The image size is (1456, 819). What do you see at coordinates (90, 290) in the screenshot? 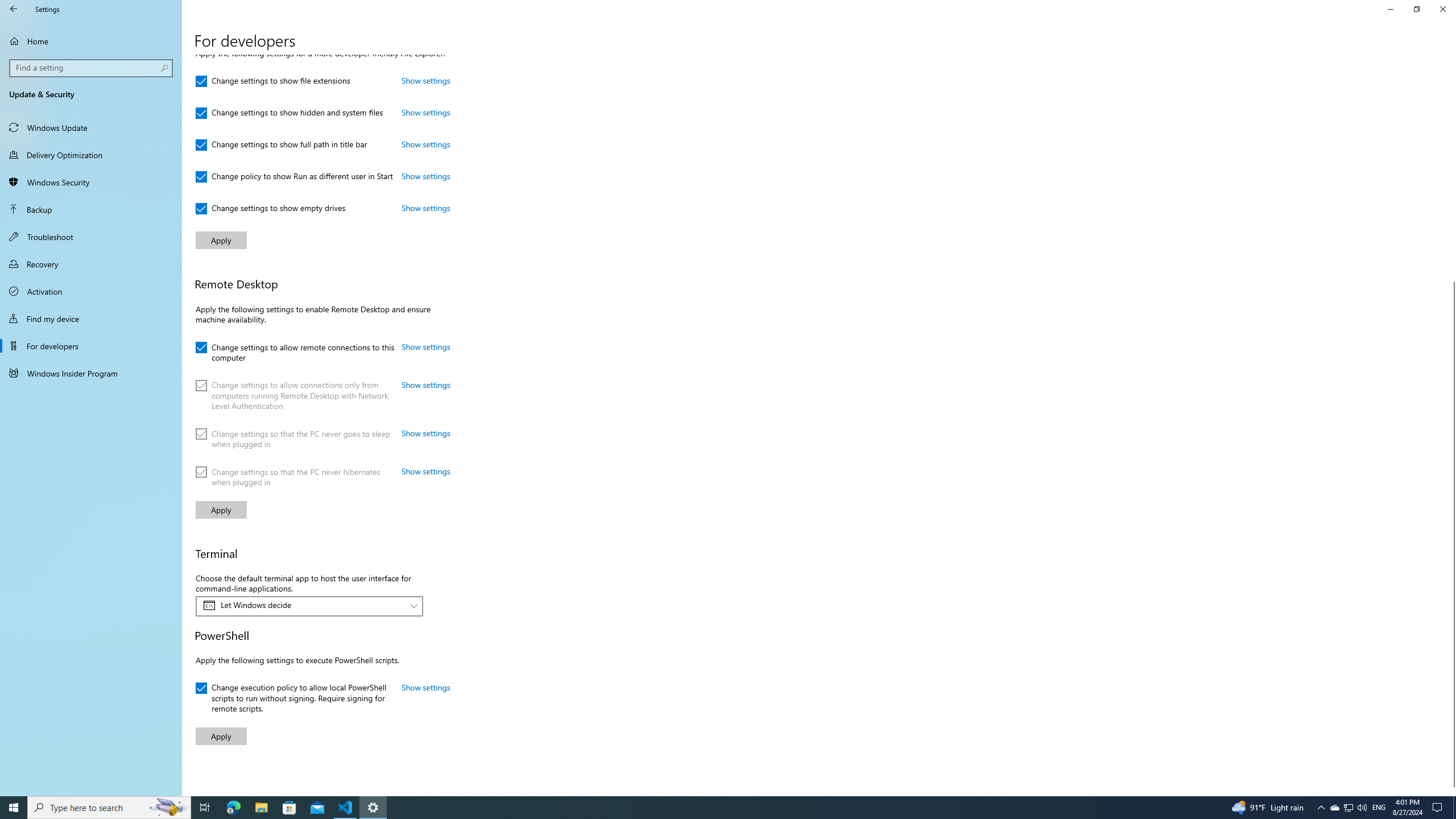
I see `'Activation'` at bounding box center [90, 290].